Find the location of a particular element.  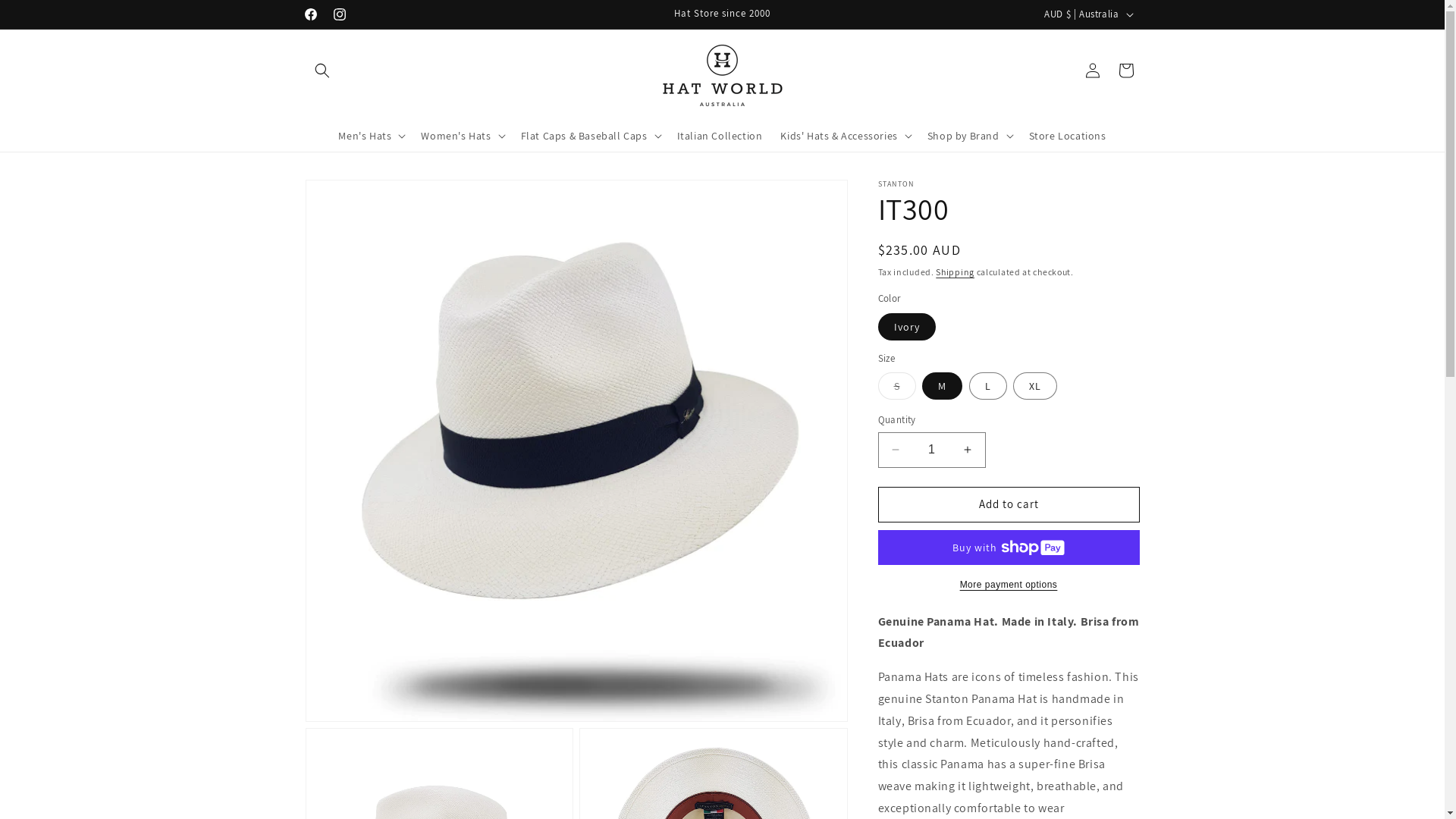

'Shipping' is located at coordinates (954, 271).